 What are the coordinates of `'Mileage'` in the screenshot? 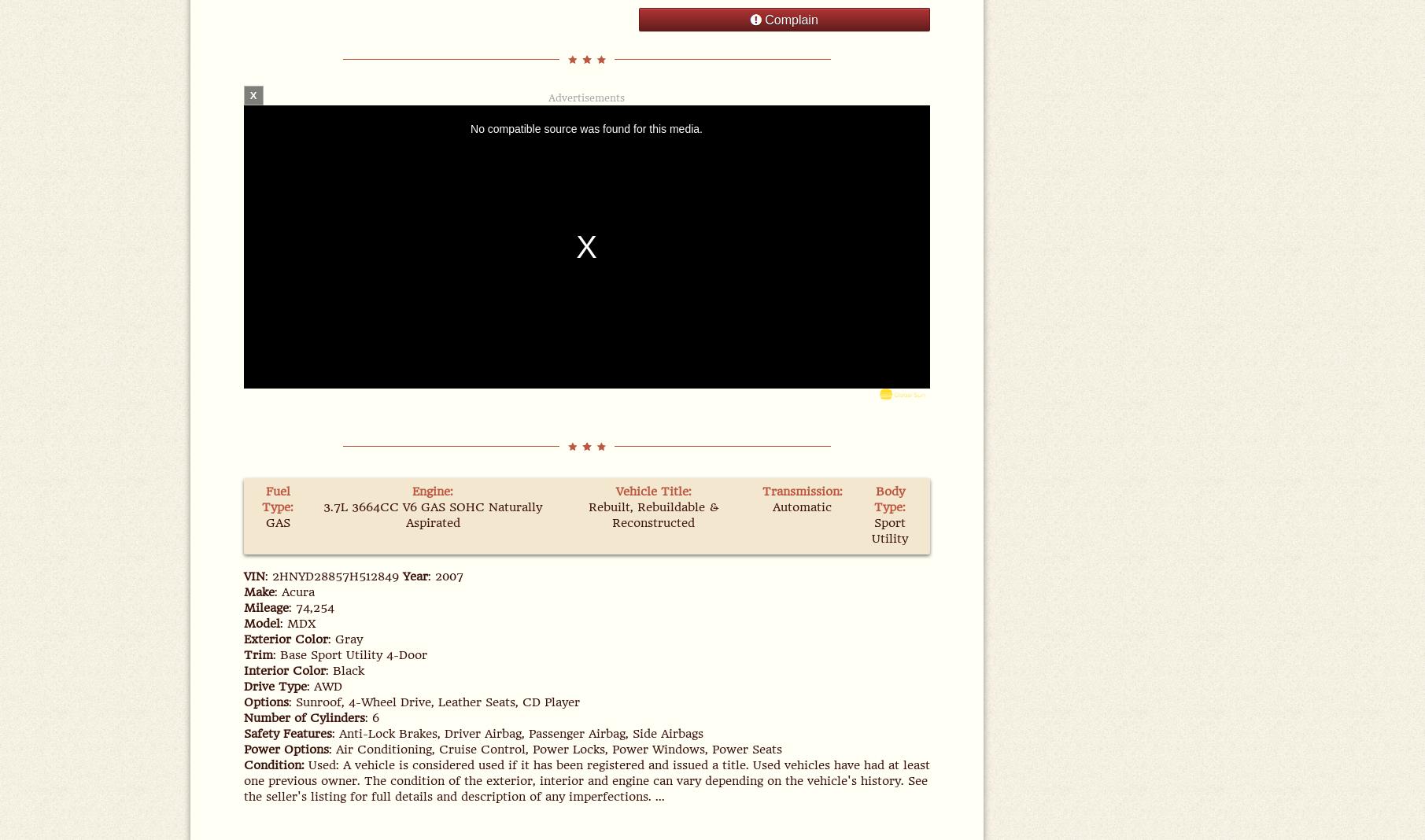 It's located at (264, 608).